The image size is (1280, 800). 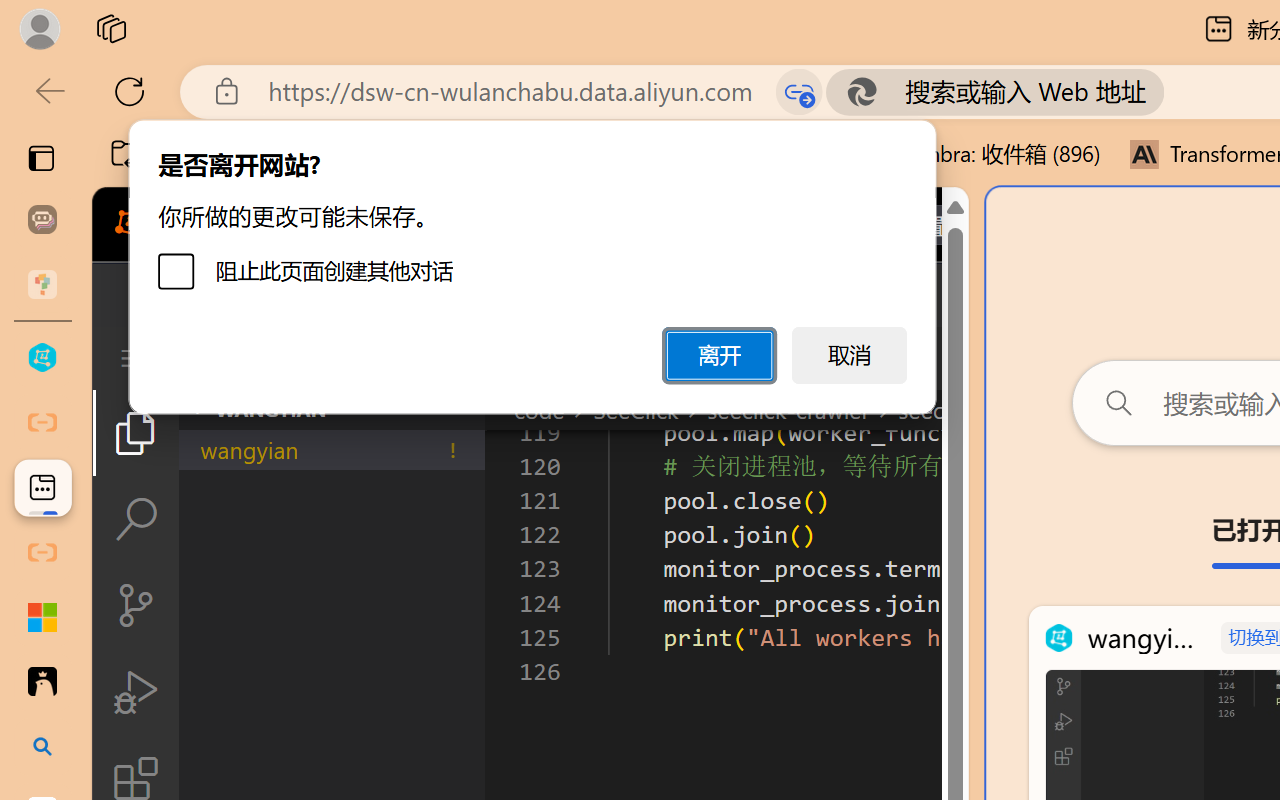 What do you see at coordinates (42, 617) in the screenshot?
I see `'Adjust indents and spacing - Microsoft Support'` at bounding box center [42, 617].